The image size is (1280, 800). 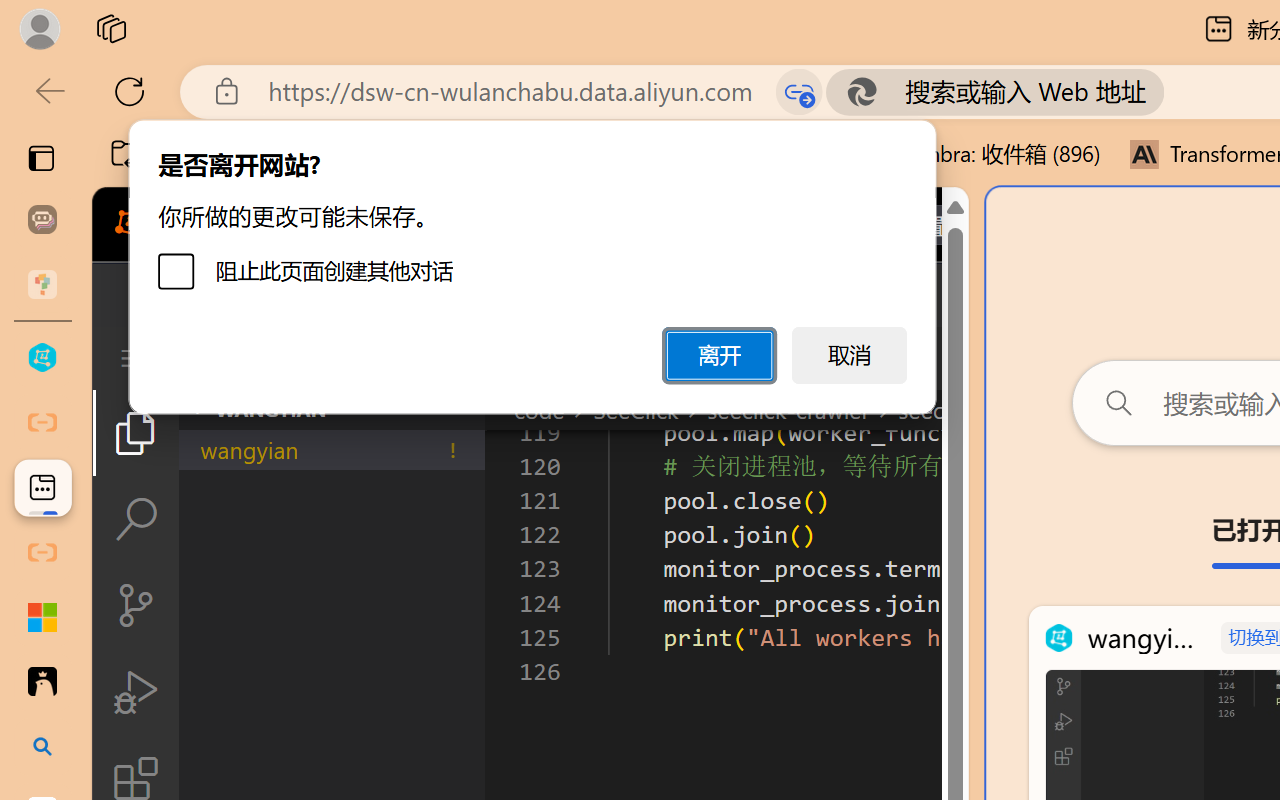 What do you see at coordinates (42, 617) in the screenshot?
I see `'Adjust indents and spacing - Microsoft Support'` at bounding box center [42, 617].